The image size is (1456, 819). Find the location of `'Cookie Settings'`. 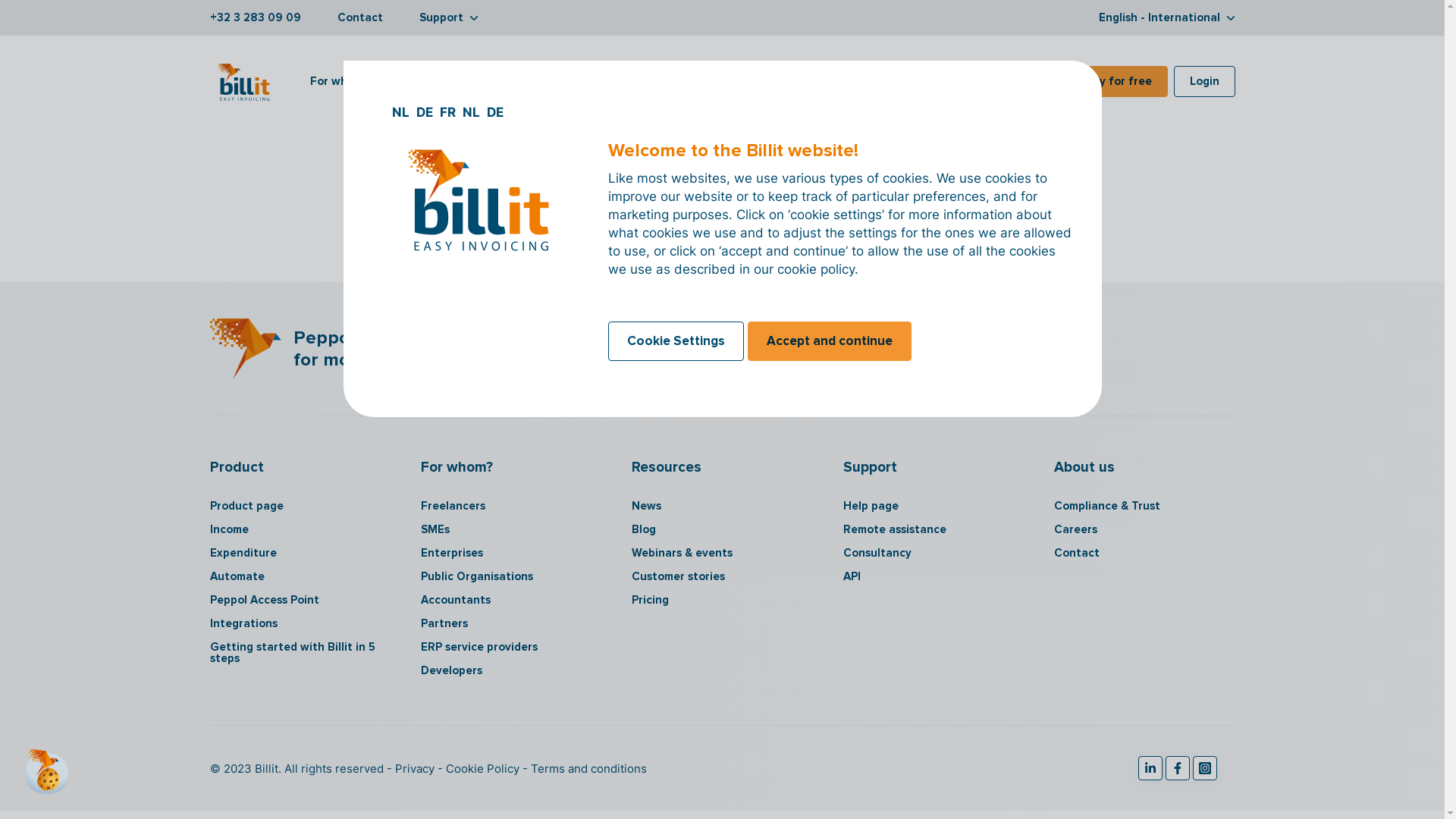

'Cookie Settings' is located at coordinates (607, 341).